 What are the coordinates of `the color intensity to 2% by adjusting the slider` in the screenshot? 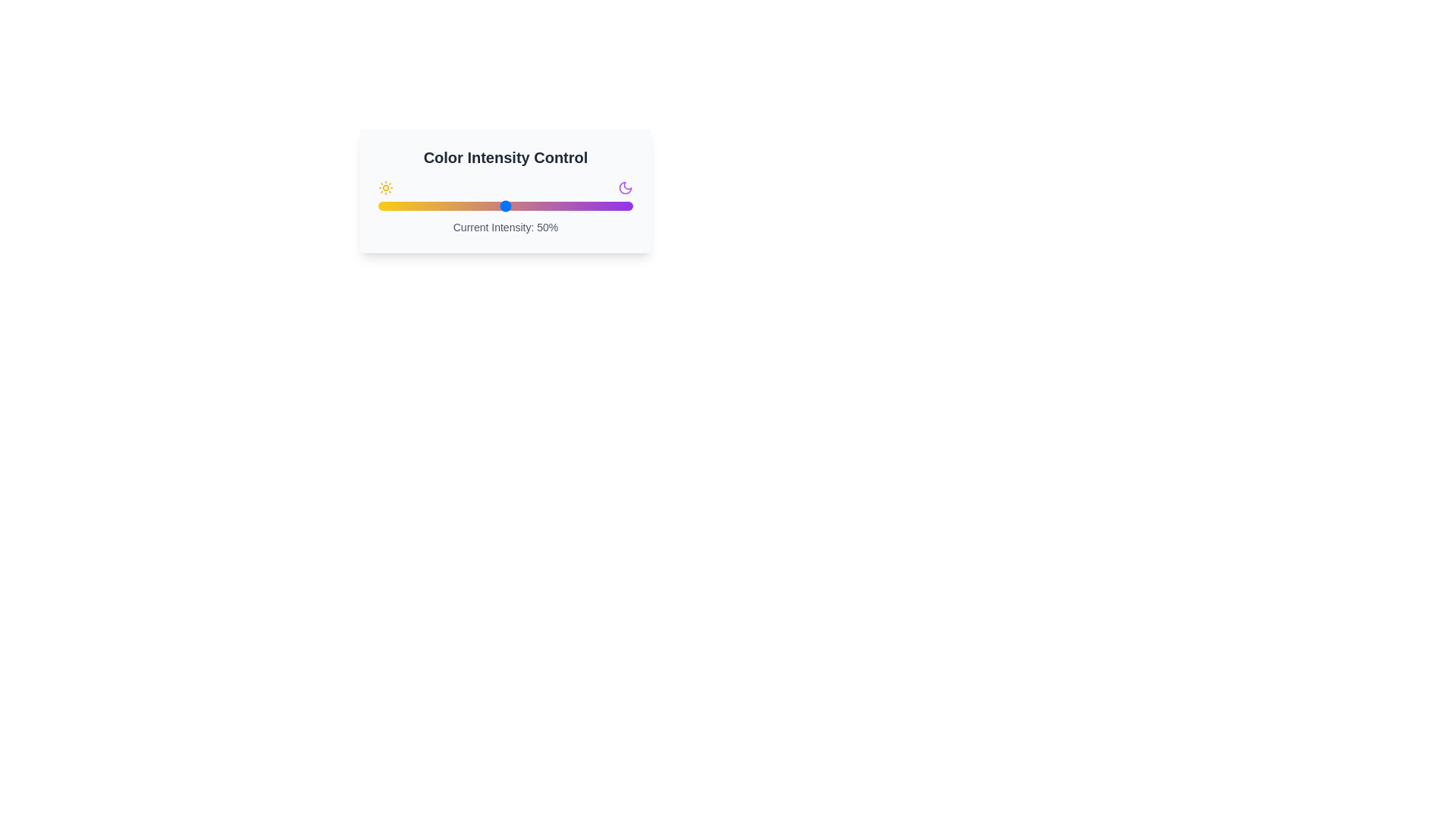 It's located at (383, 206).